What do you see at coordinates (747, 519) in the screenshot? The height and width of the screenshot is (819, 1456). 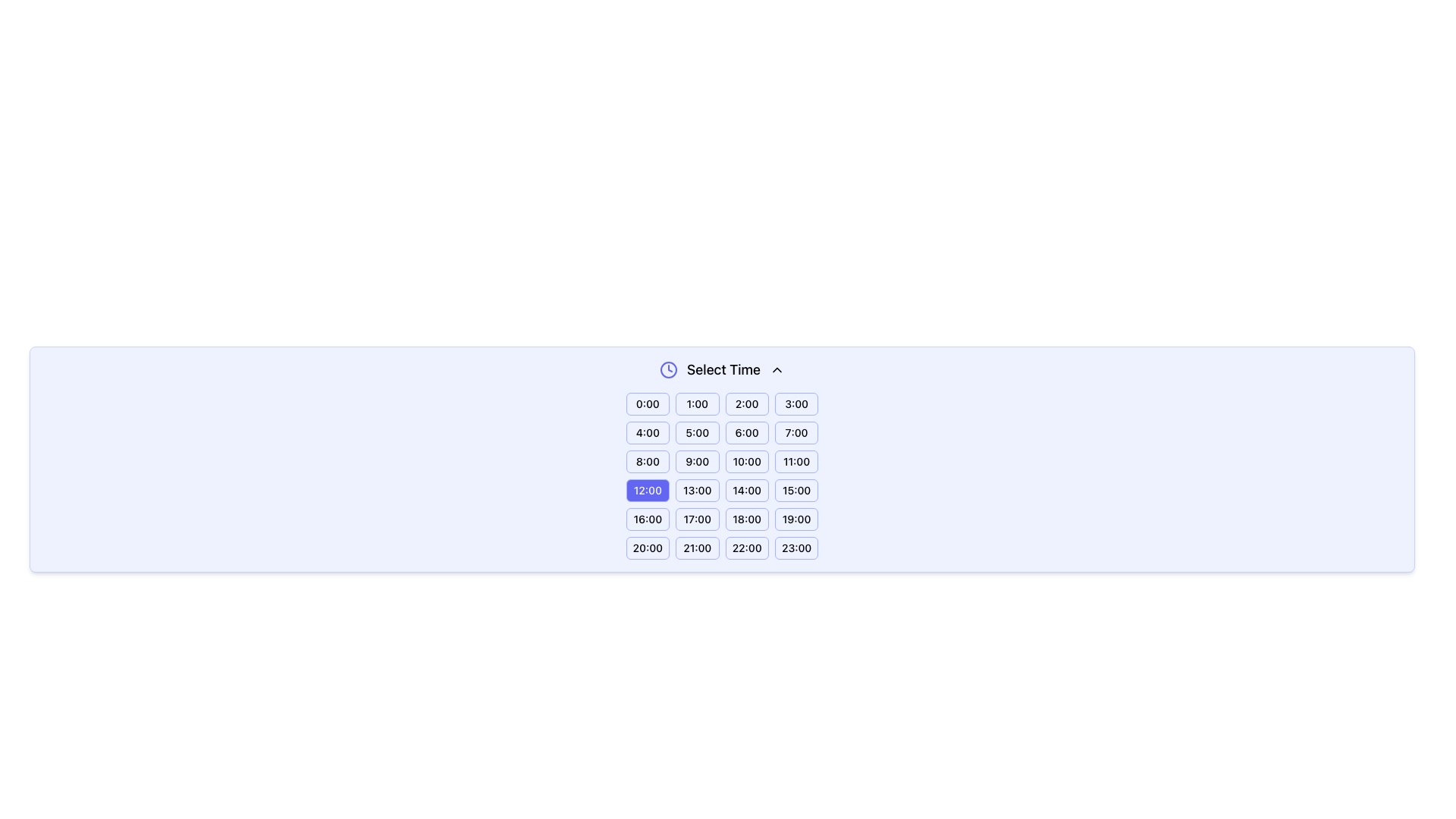 I see `the button labeled '18:00'` at bounding box center [747, 519].